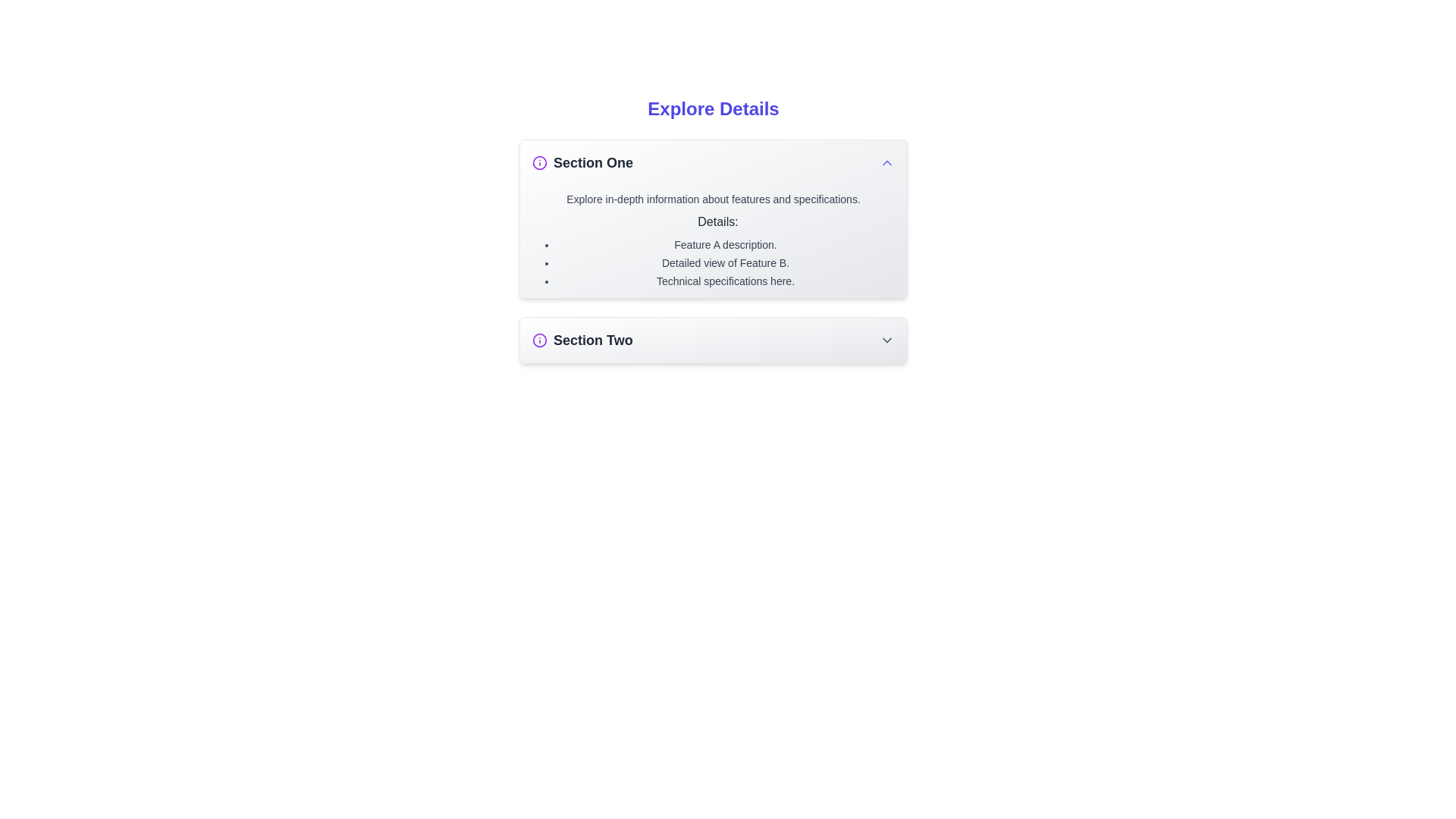  What do you see at coordinates (539, 163) in the screenshot?
I see `the circular informational icon with a purple color, located at the leftmost side of the header for 'Section One'` at bounding box center [539, 163].